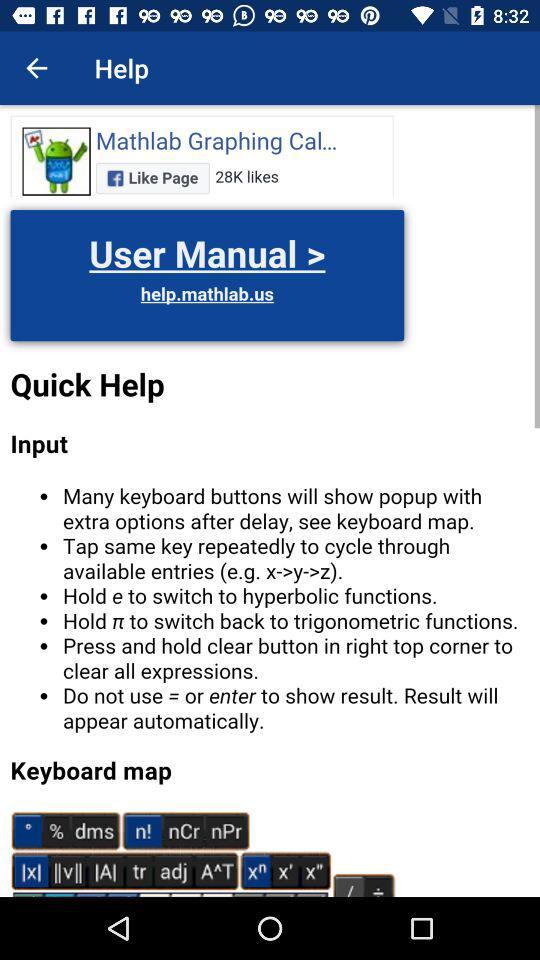 The height and width of the screenshot is (960, 540). Describe the element at coordinates (270, 500) in the screenshot. I see `description` at that location.